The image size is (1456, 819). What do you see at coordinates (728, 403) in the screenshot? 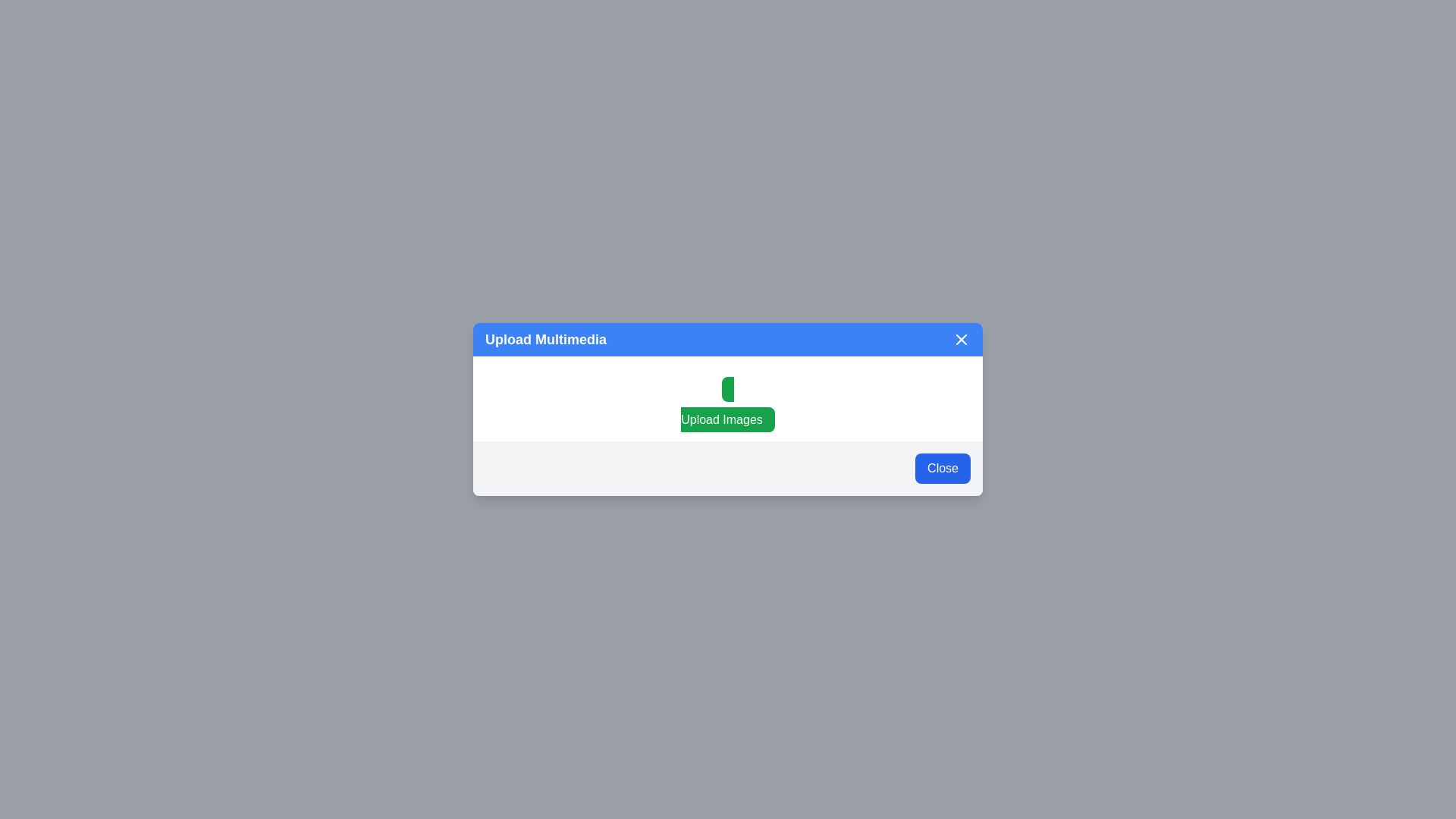
I see `the button in the 'Upload Multimedia' modal dialog` at bounding box center [728, 403].